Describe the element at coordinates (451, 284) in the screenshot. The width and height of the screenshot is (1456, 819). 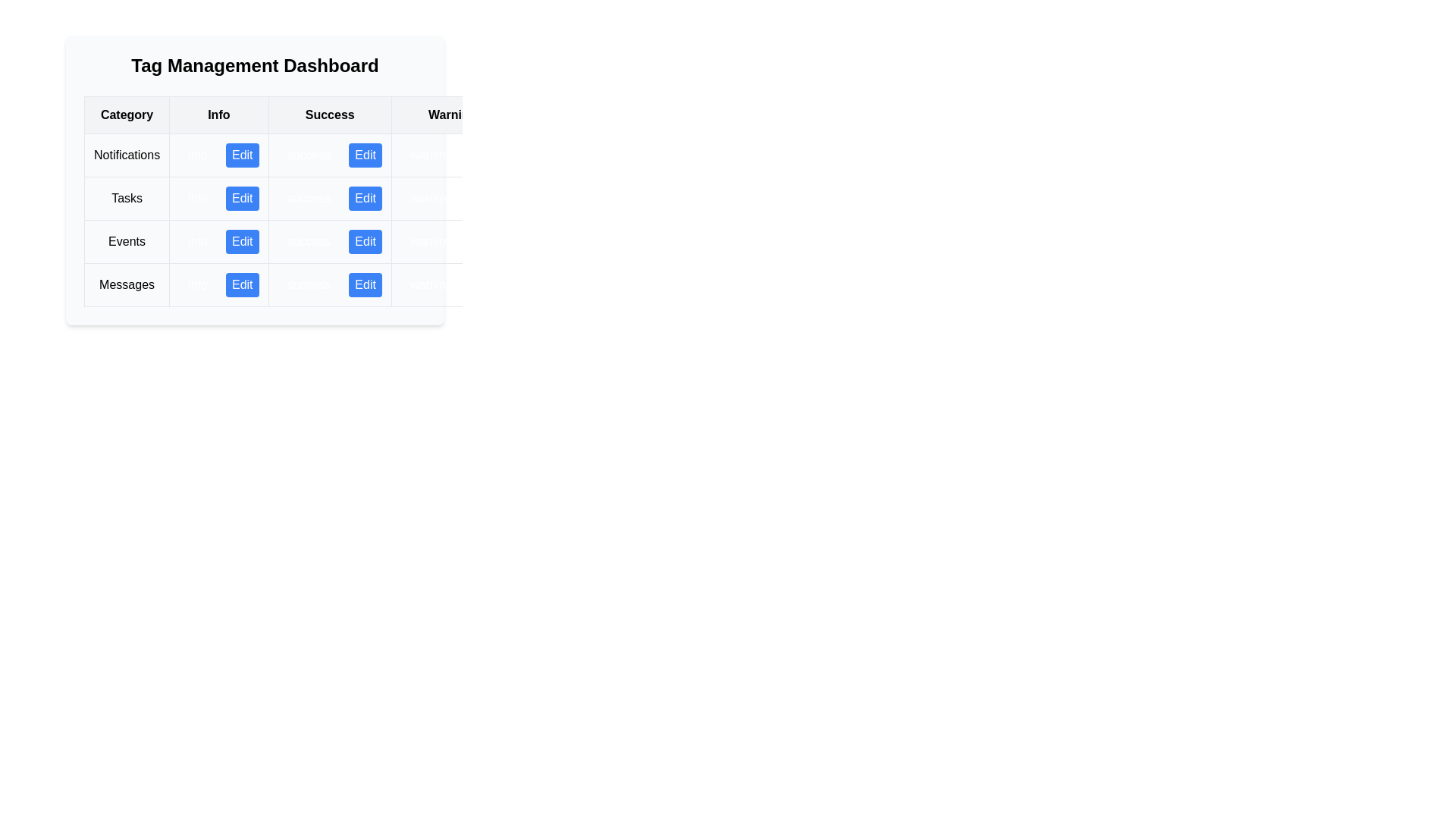
I see `the 'Edit' button within the Composite element labeled 'warning' to modify the associated data` at that location.